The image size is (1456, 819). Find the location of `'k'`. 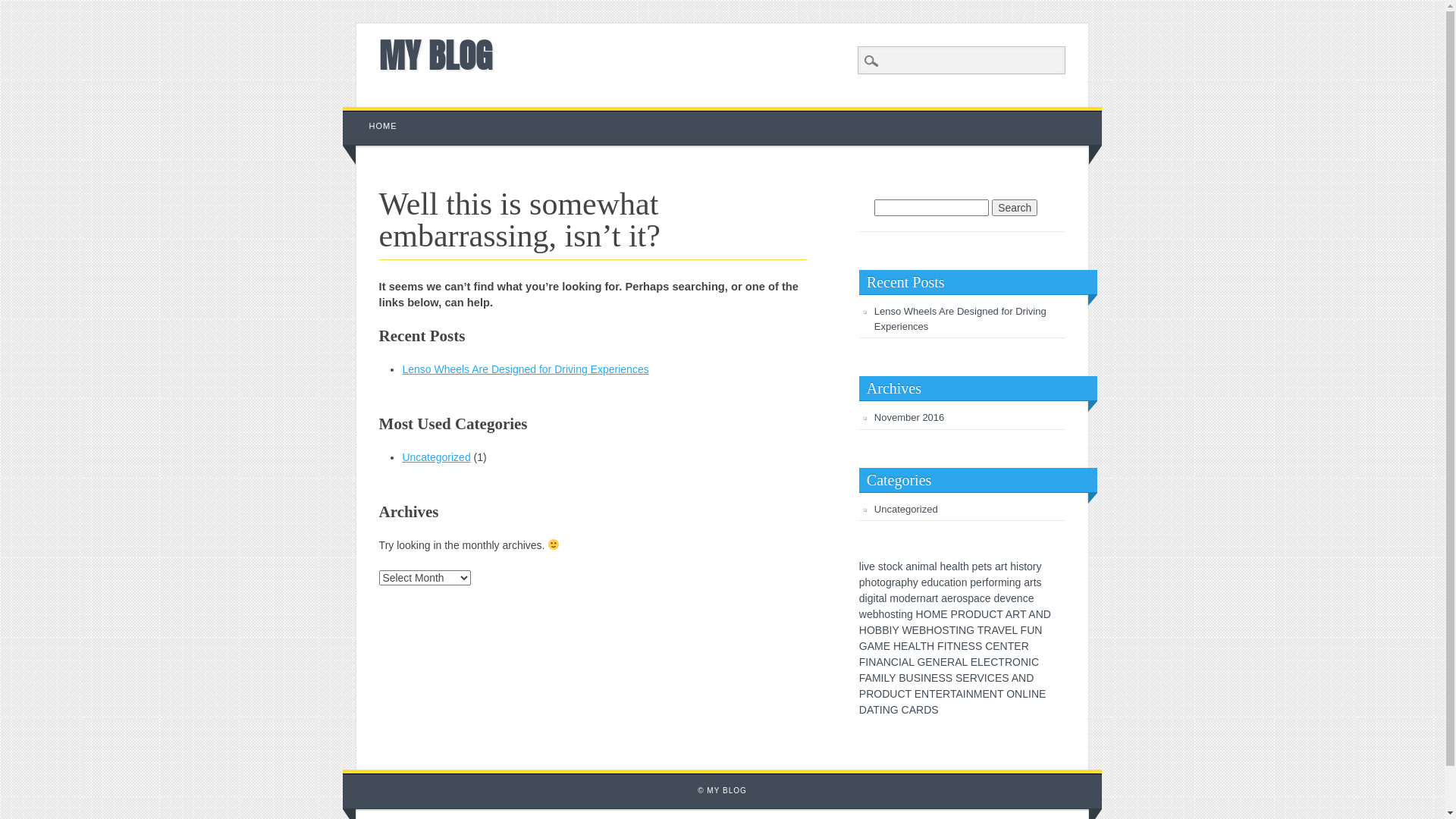

'k' is located at coordinates (899, 566).